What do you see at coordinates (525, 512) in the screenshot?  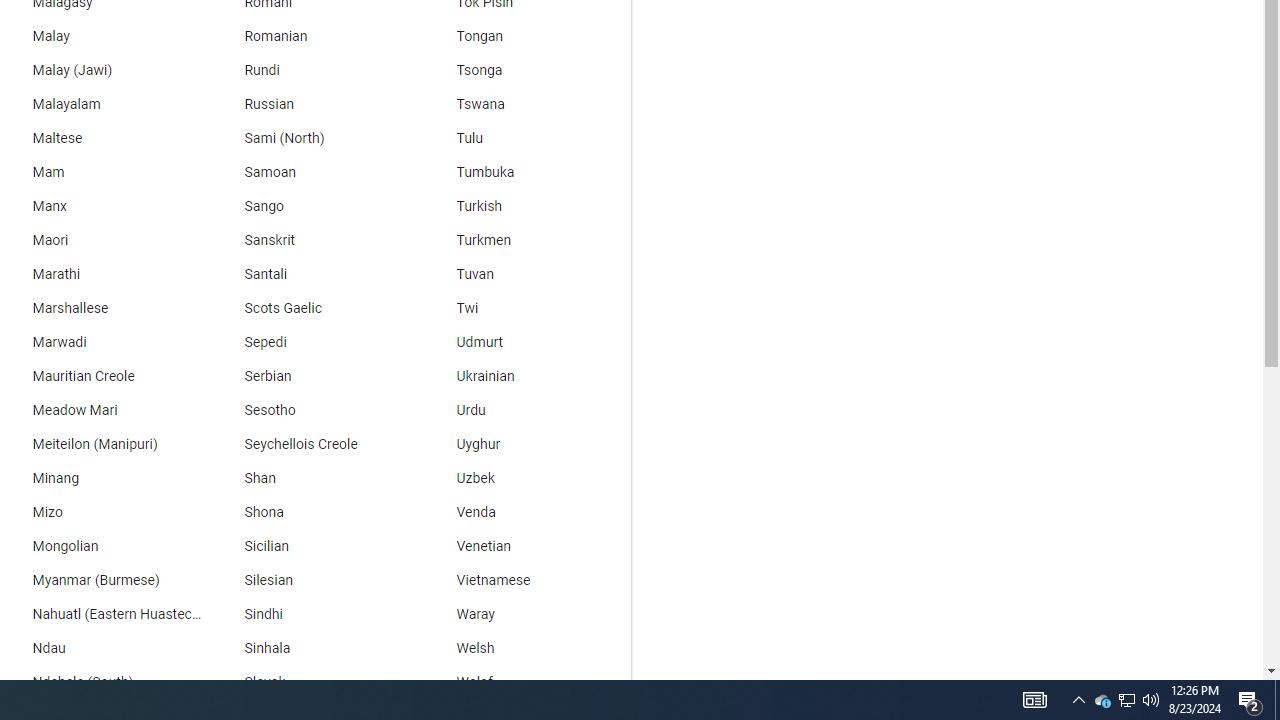 I see `'Venda'` at bounding box center [525, 512].